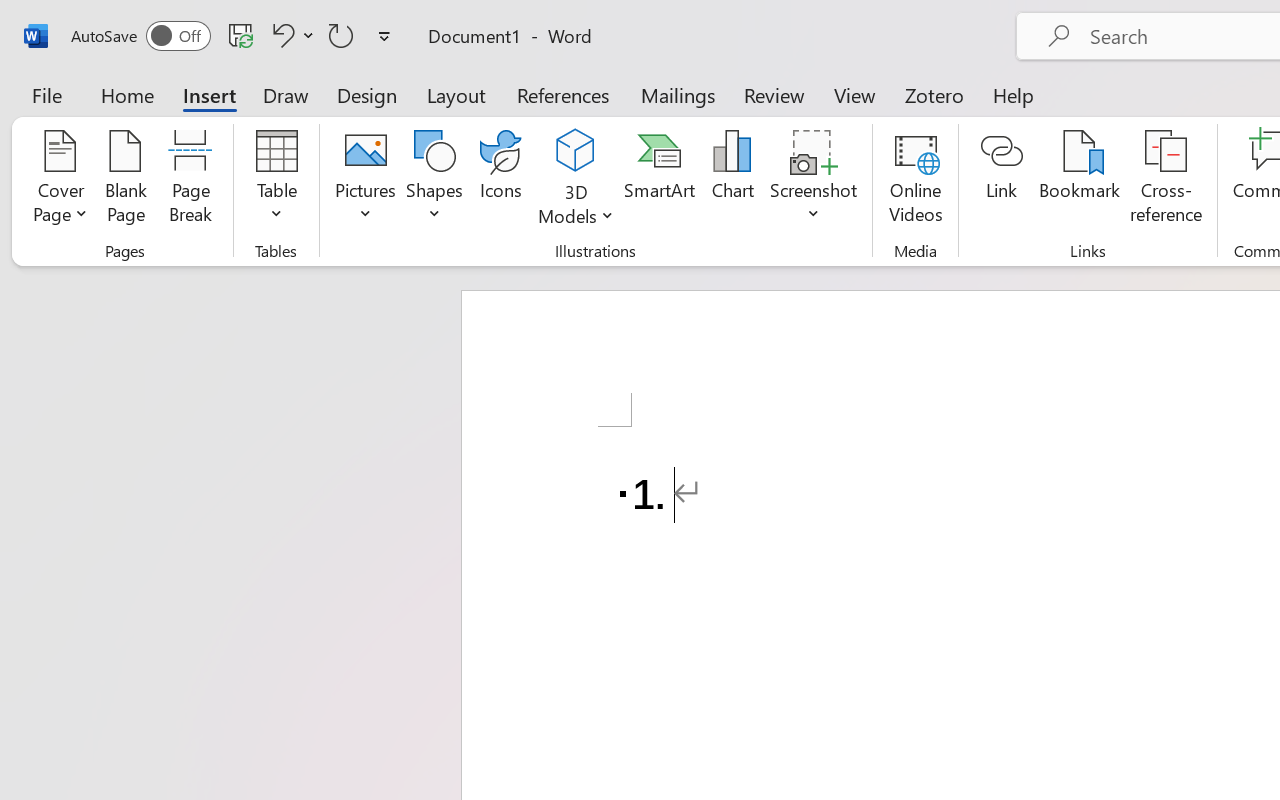 This screenshot has height=800, width=1280. I want to click on 'Shapes', so click(434, 179).